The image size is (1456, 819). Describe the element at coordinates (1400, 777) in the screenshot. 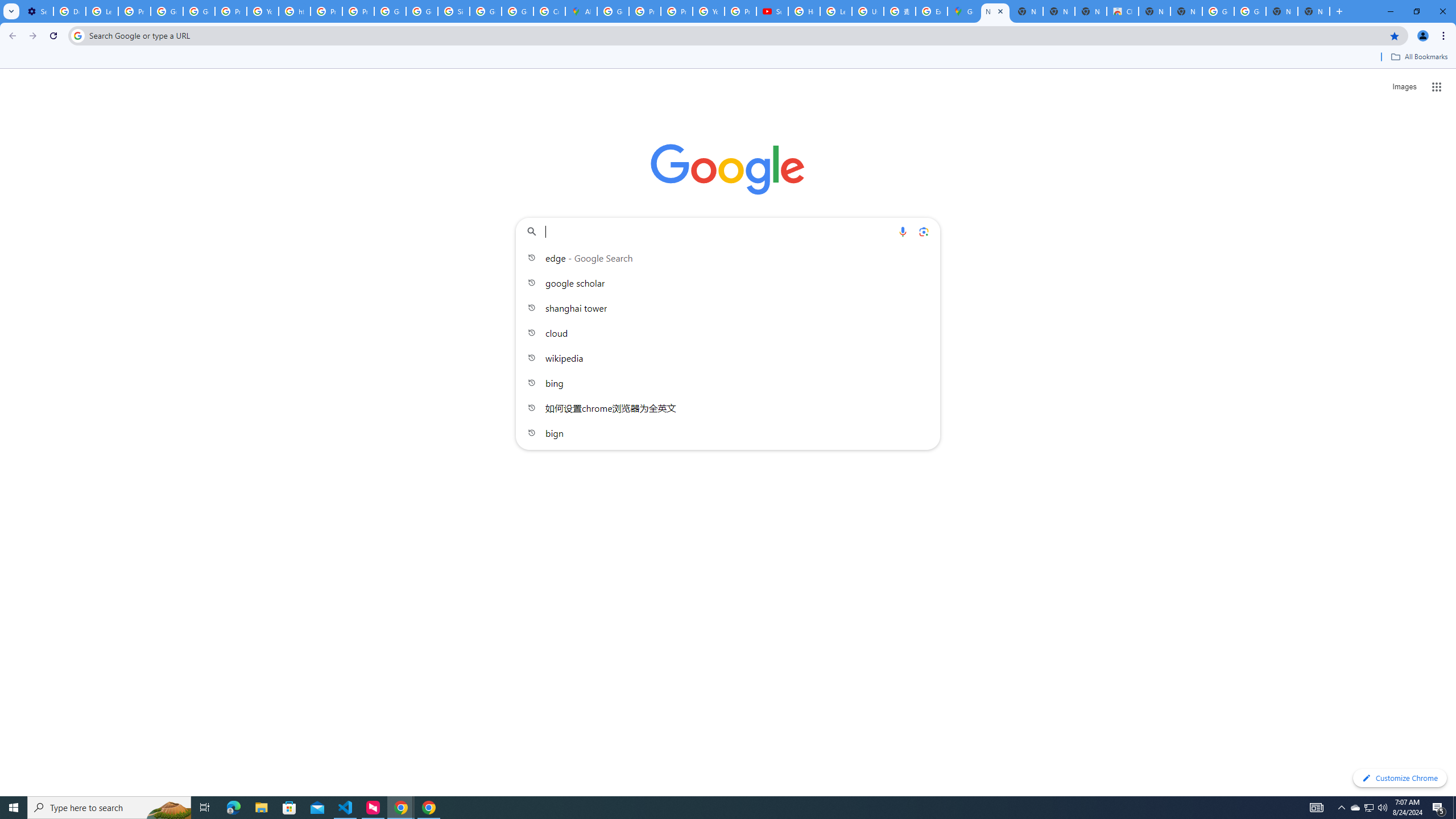

I see `'Customize Chrome'` at that location.